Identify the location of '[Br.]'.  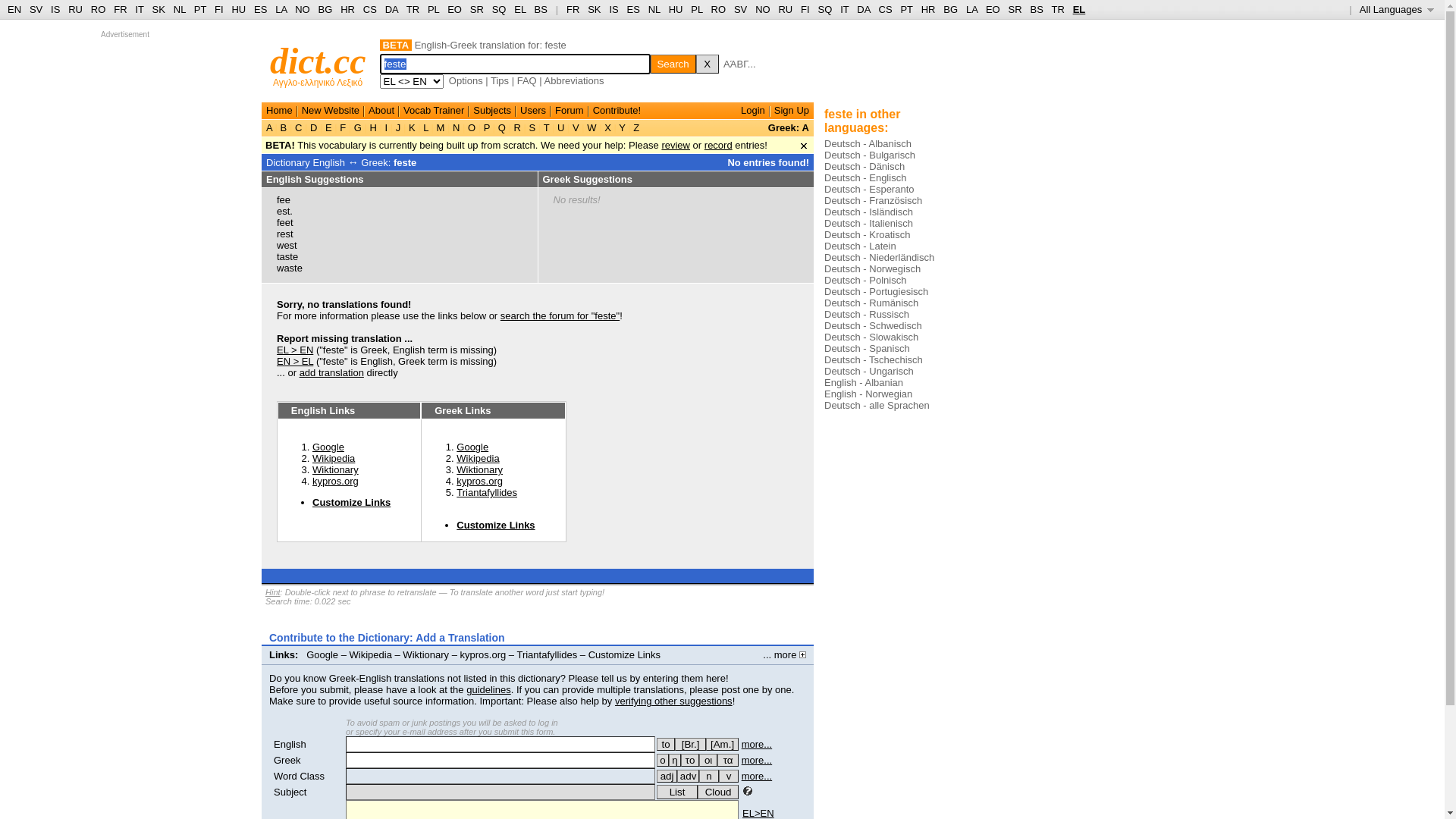
(673, 743).